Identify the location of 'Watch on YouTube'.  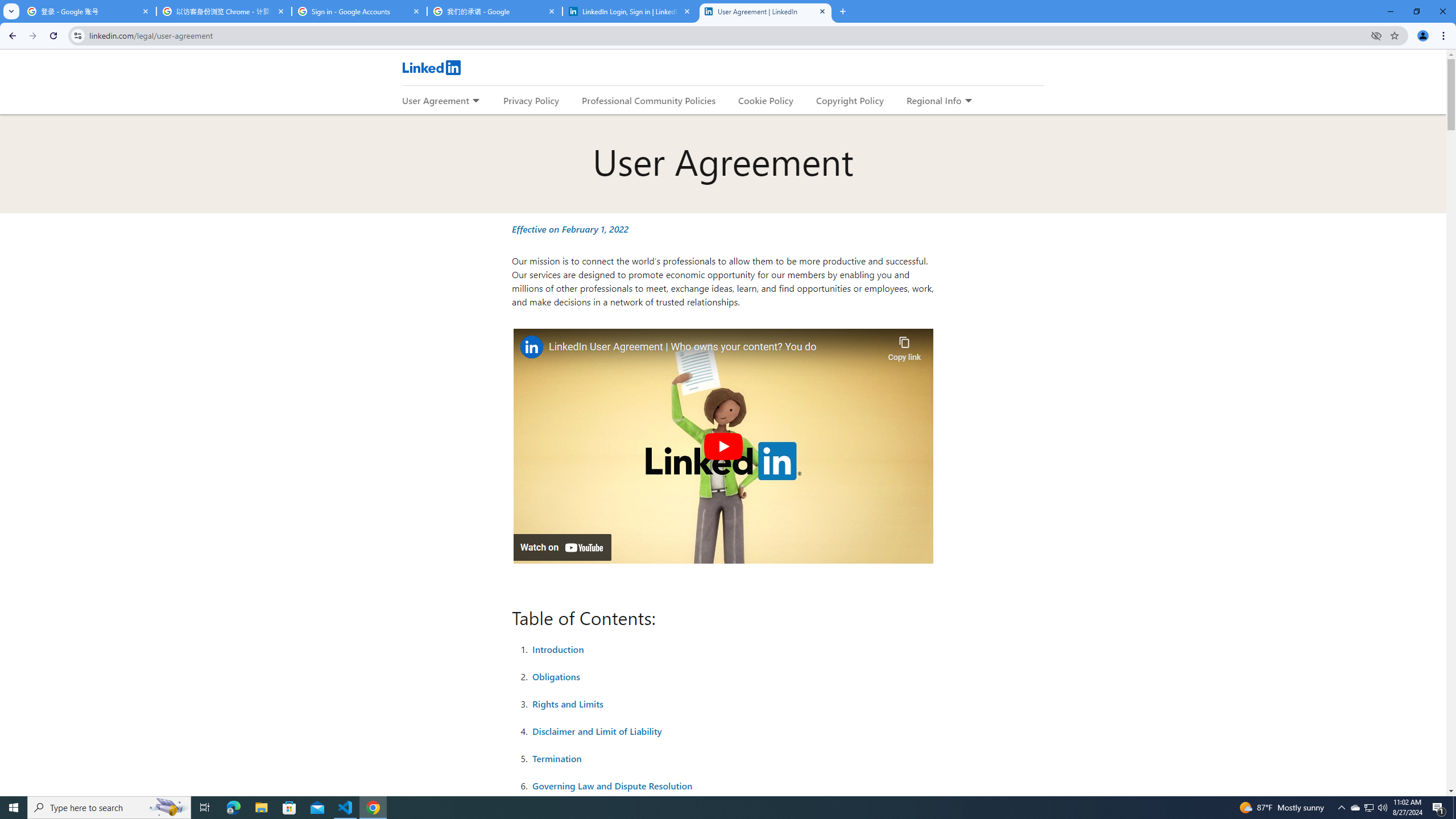
(561, 547).